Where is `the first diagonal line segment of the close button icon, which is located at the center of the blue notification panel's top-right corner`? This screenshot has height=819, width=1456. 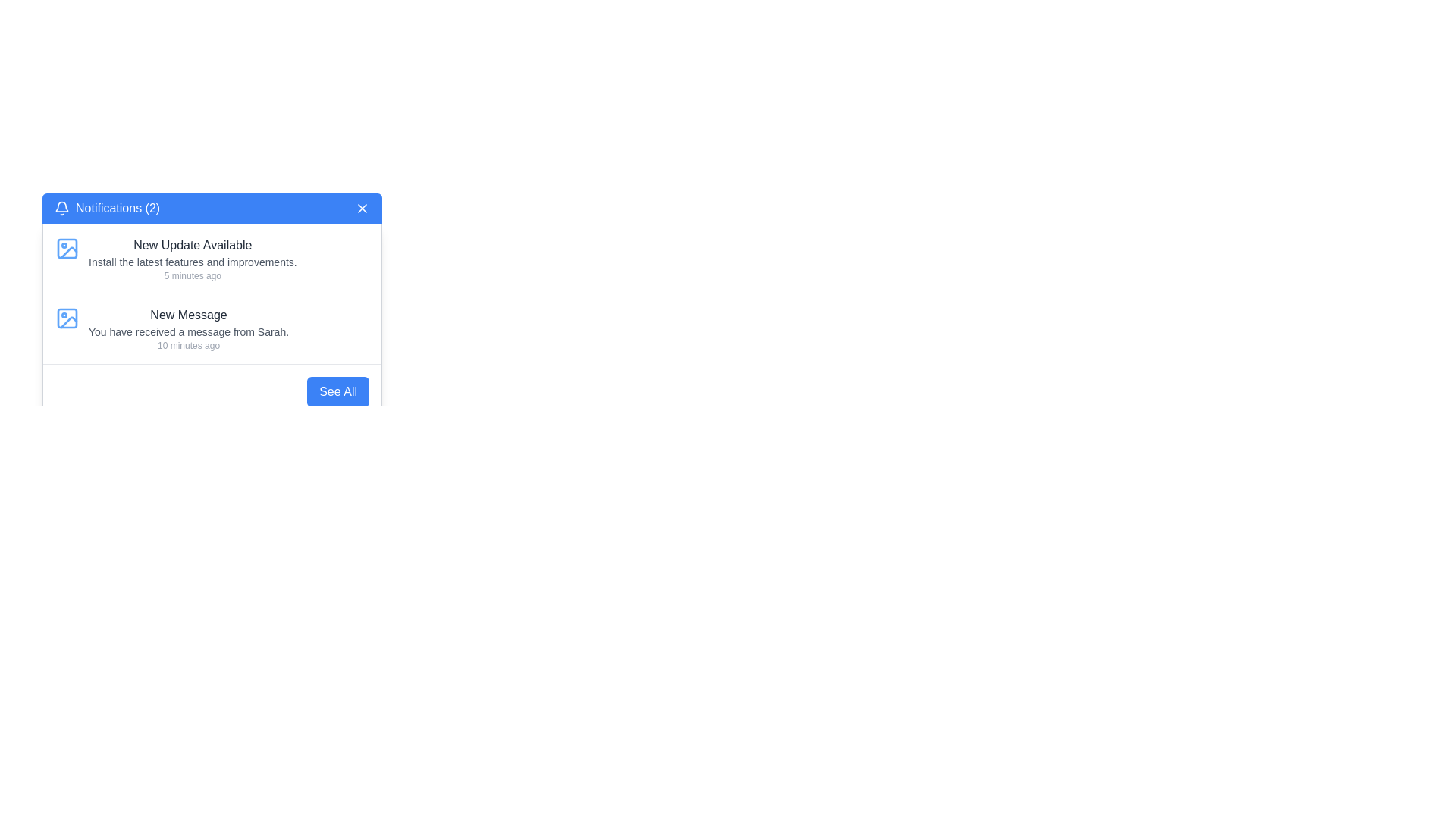
the first diagonal line segment of the close button icon, which is located at the center of the blue notification panel's top-right corner is located at coordinates (362, 208).